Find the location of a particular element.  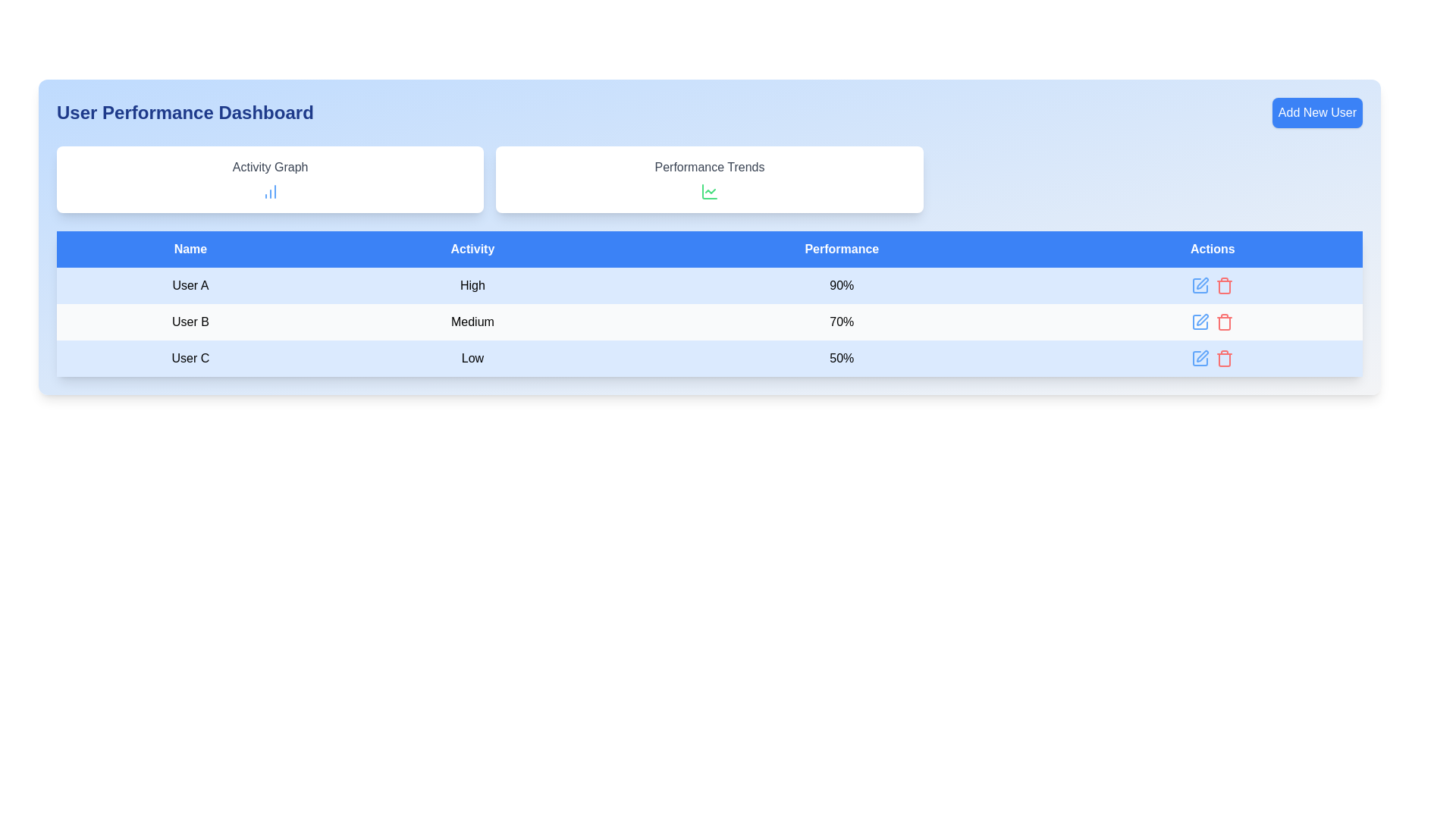

the button in the upper-right corner of the interface is located at coordinates (1316, 112).